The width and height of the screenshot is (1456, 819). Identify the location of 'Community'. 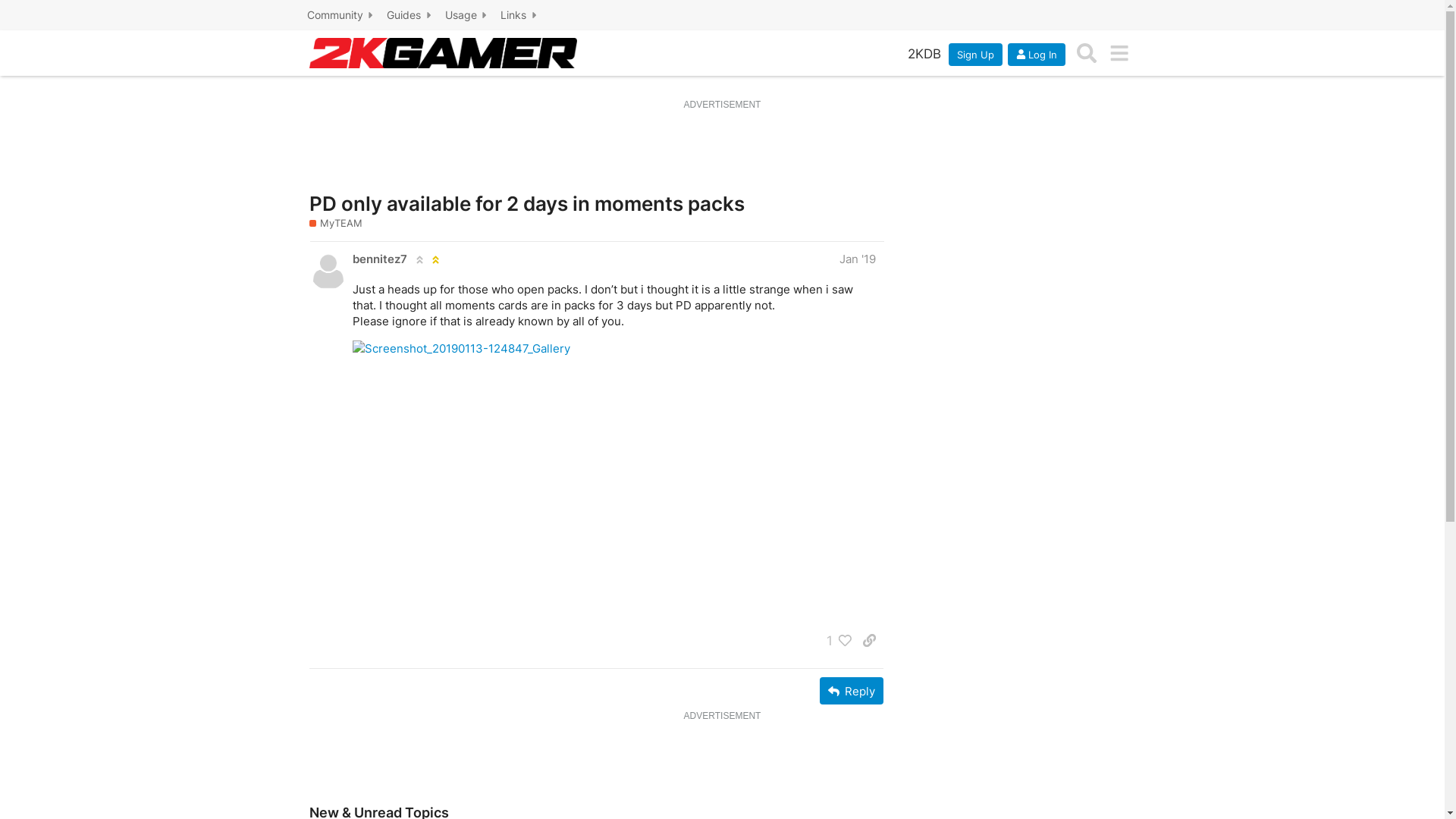
(341, 14).